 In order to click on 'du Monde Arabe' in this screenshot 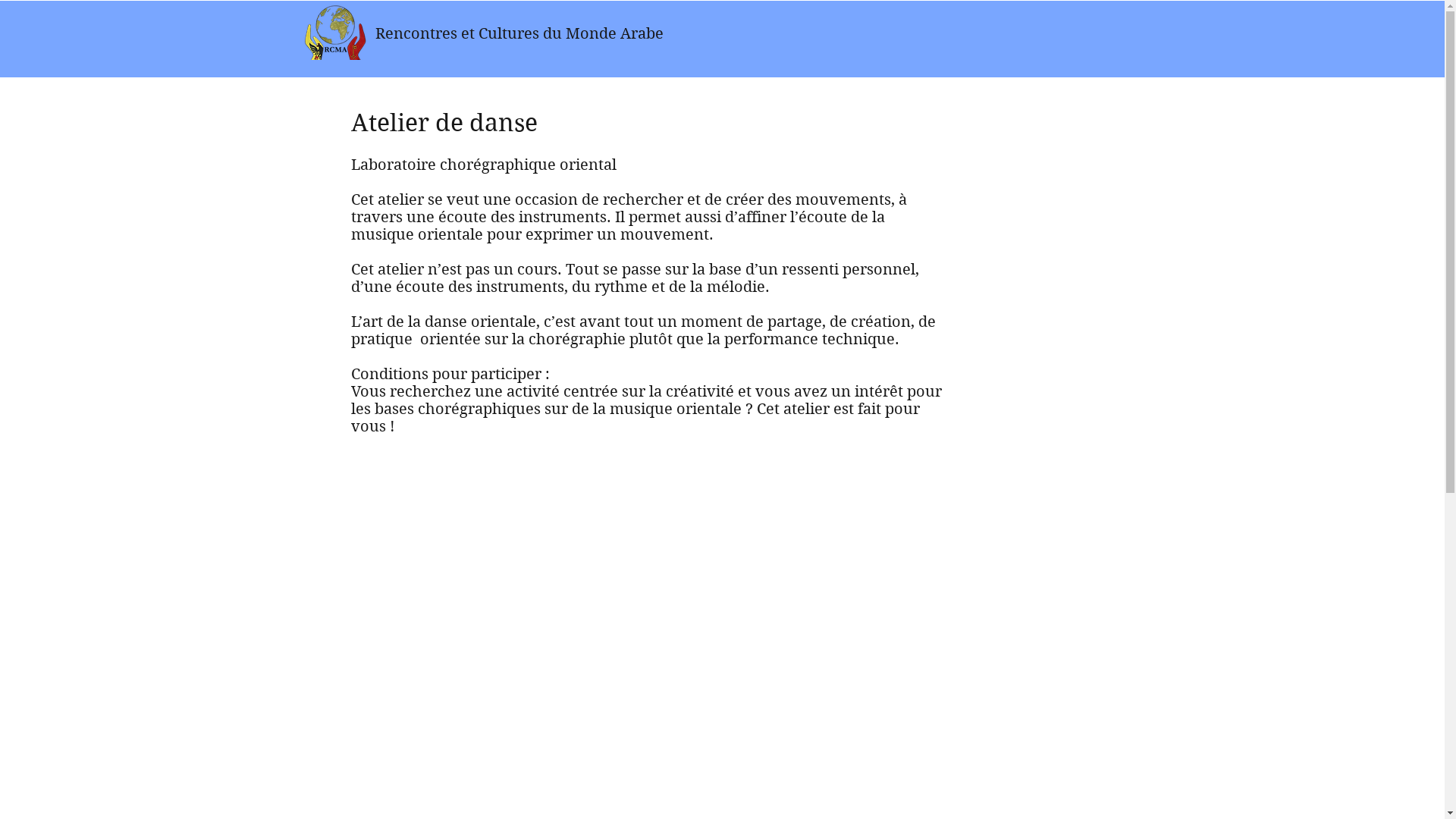, I will do `click(602, 33)`.